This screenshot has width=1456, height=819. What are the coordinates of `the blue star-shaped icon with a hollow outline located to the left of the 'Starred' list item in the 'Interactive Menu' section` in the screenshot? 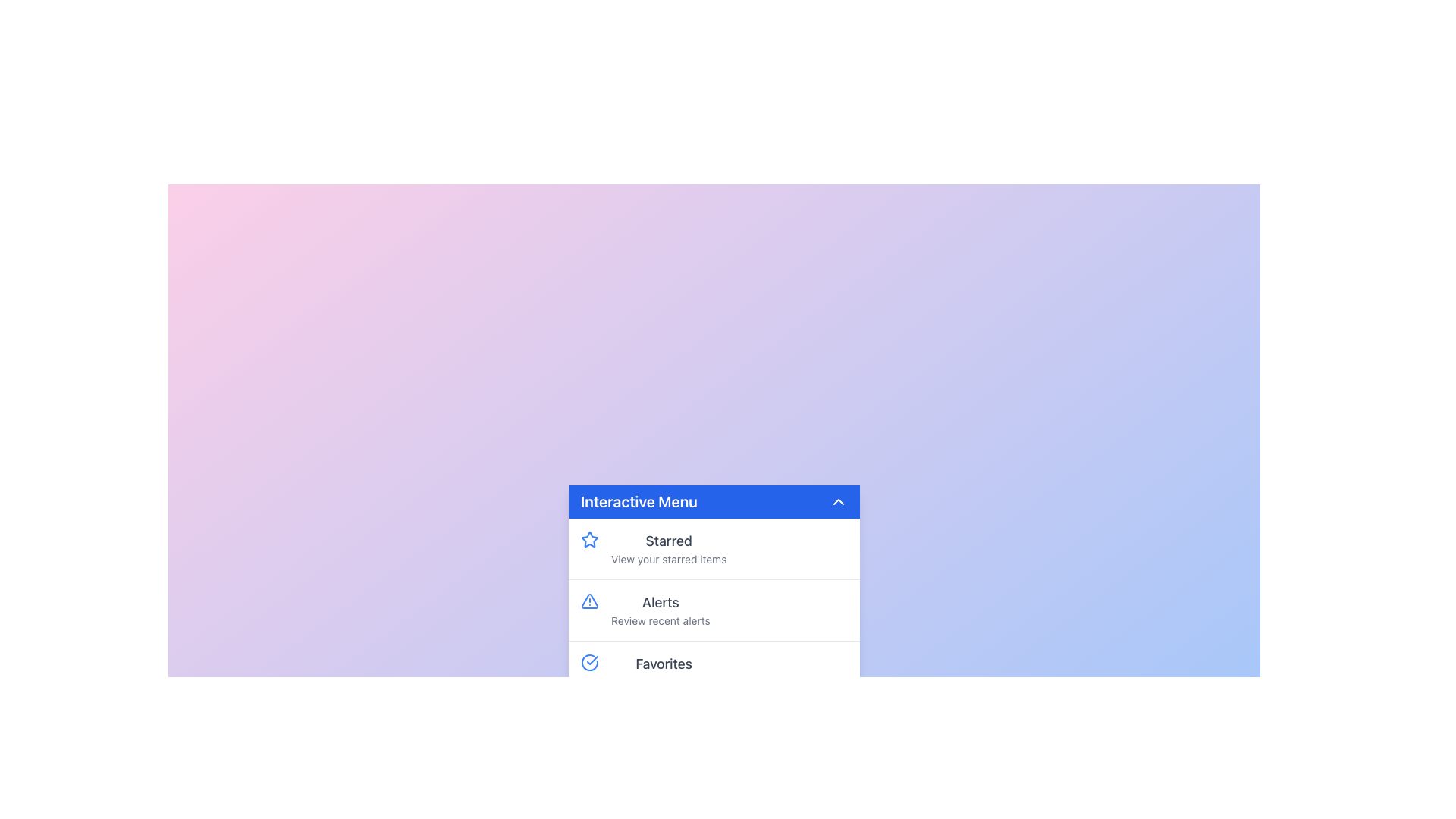 It's located at (588, 539).